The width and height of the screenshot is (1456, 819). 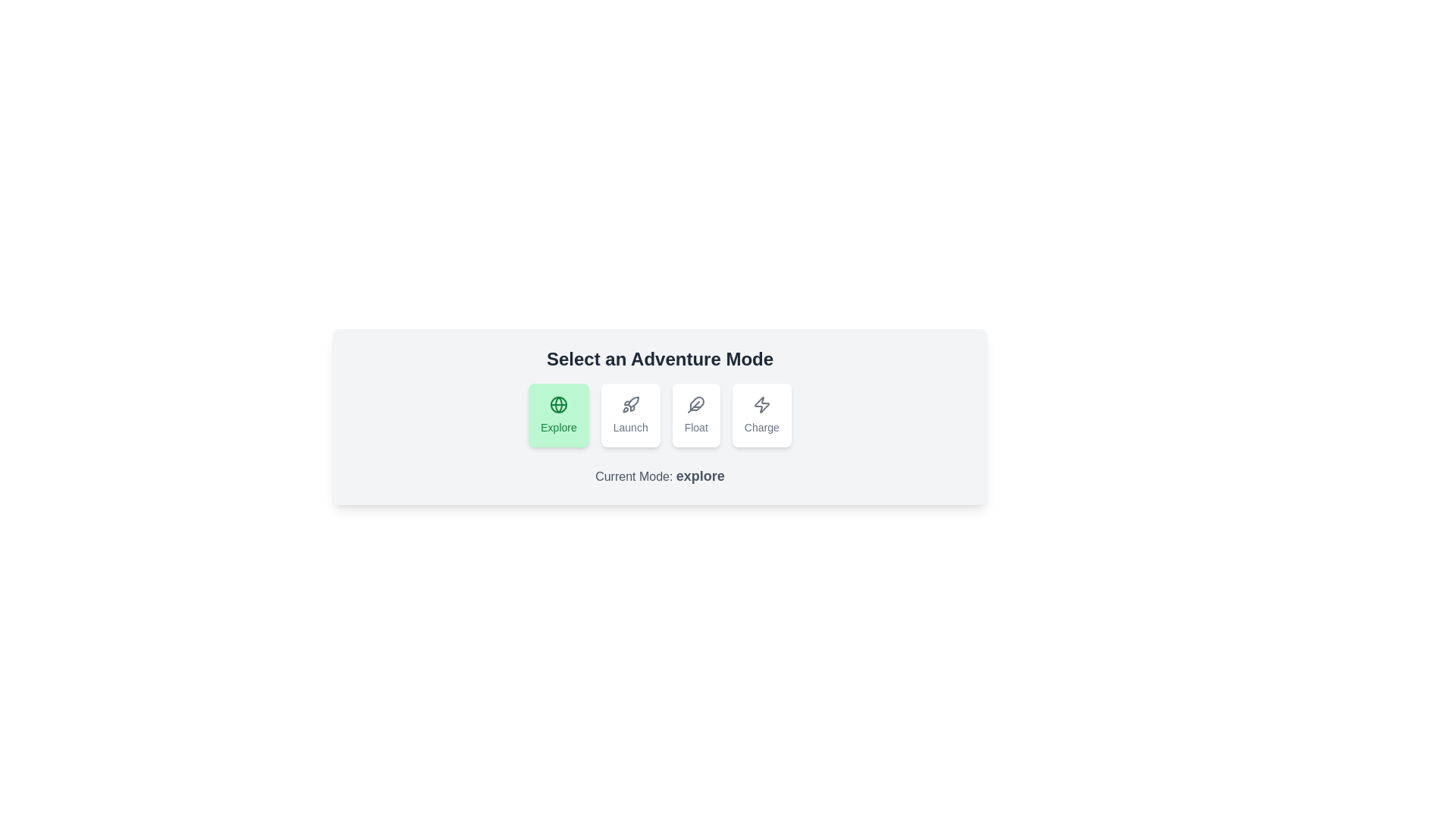 I want to click on the mode explore by clicking its respective button, so click(x=558, y=415).